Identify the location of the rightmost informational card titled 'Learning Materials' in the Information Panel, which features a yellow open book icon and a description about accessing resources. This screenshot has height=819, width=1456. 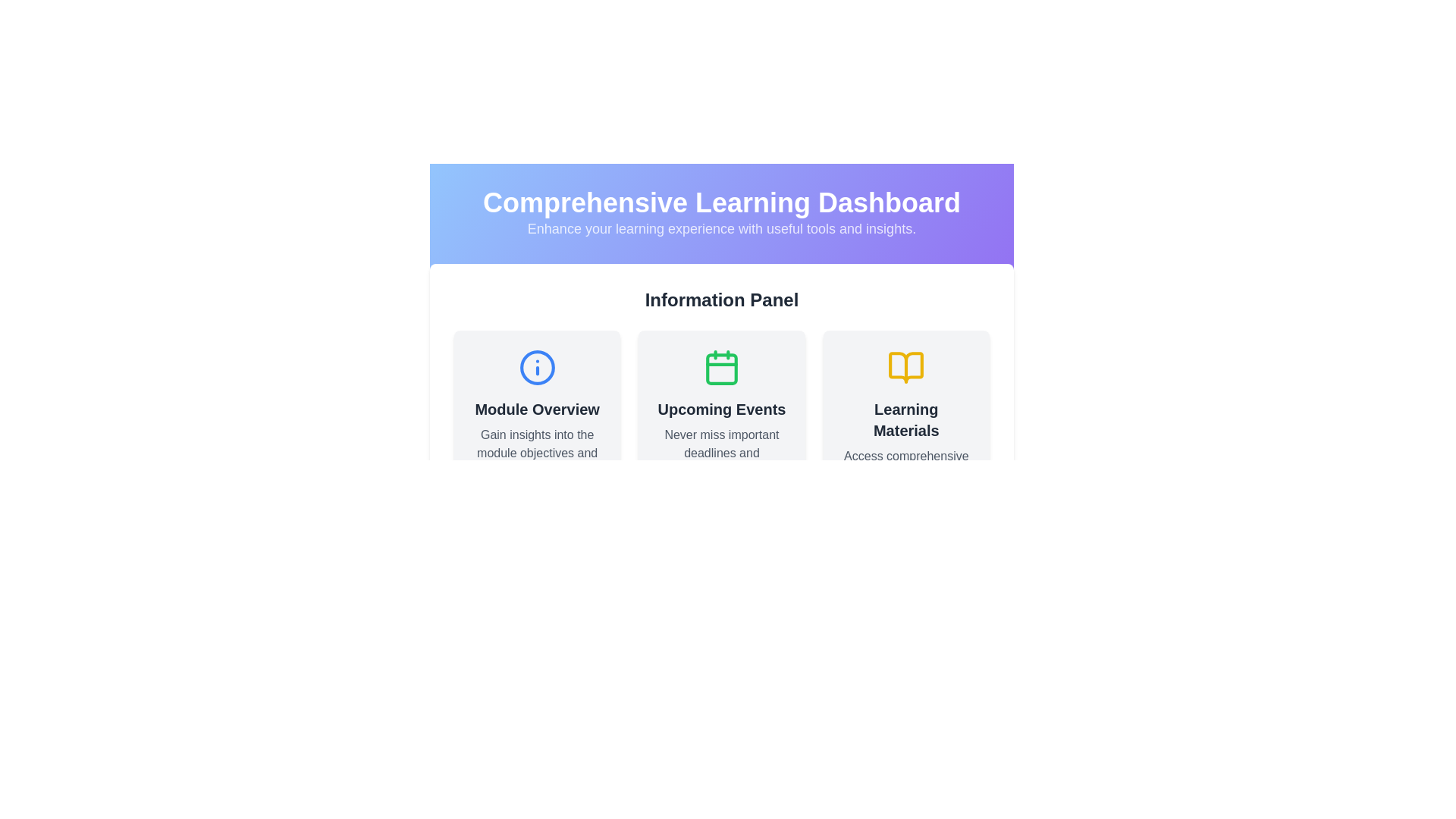
(906, 425).